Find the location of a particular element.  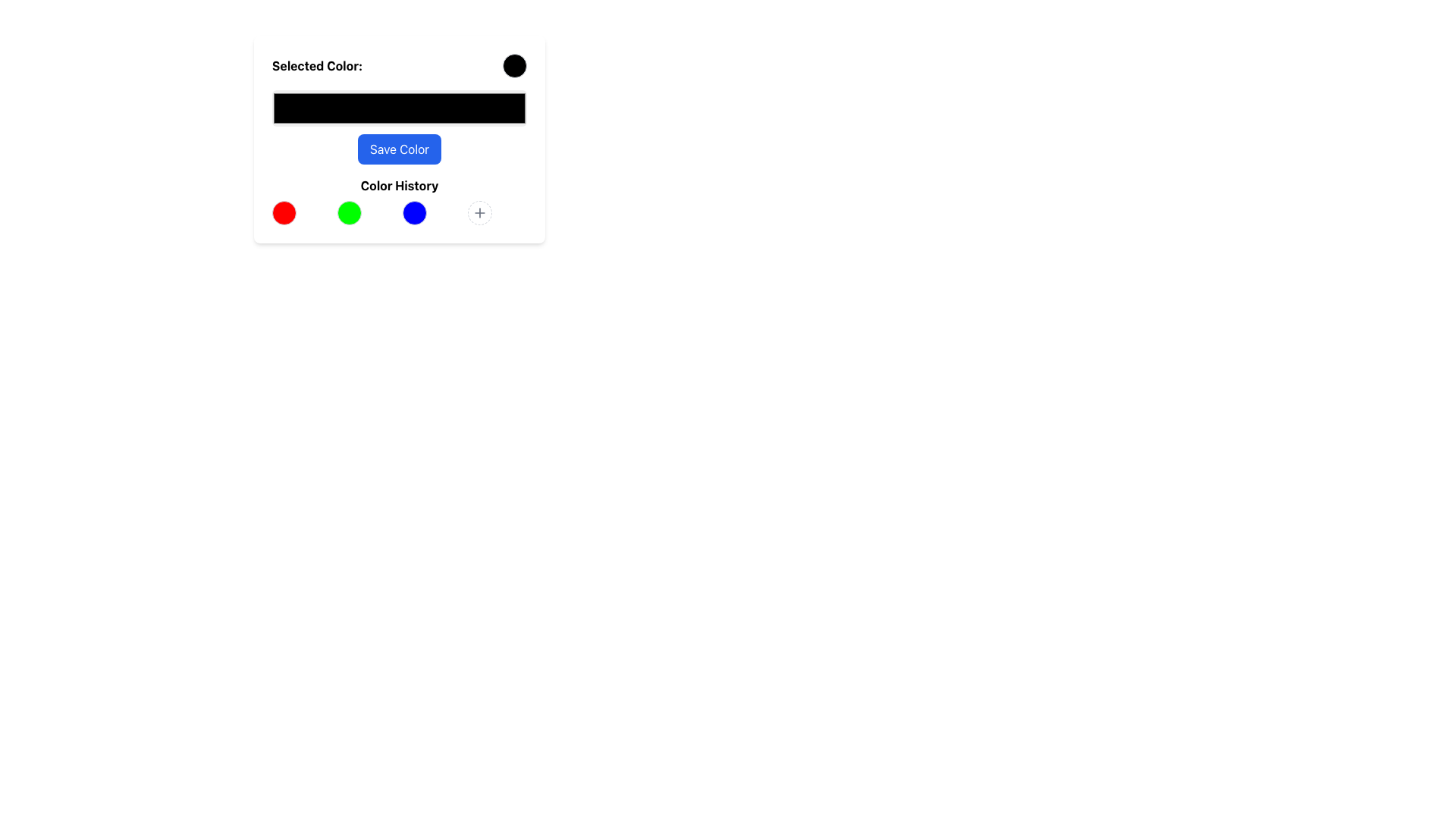

the red circular button with a white border located in the 'Color History' section is located at coordinates (284, 213).